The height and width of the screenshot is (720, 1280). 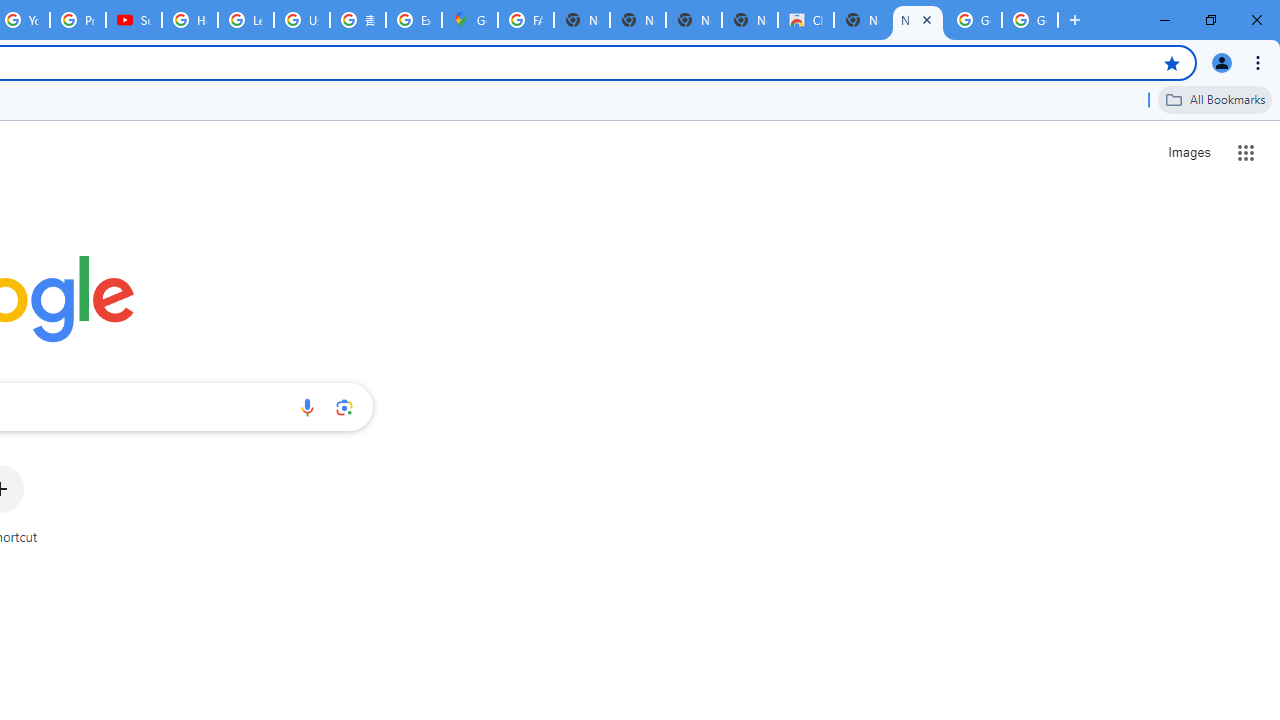 I want to click on 'Explore new street-level details - Google Maps Help', so click(x=413, y=20).